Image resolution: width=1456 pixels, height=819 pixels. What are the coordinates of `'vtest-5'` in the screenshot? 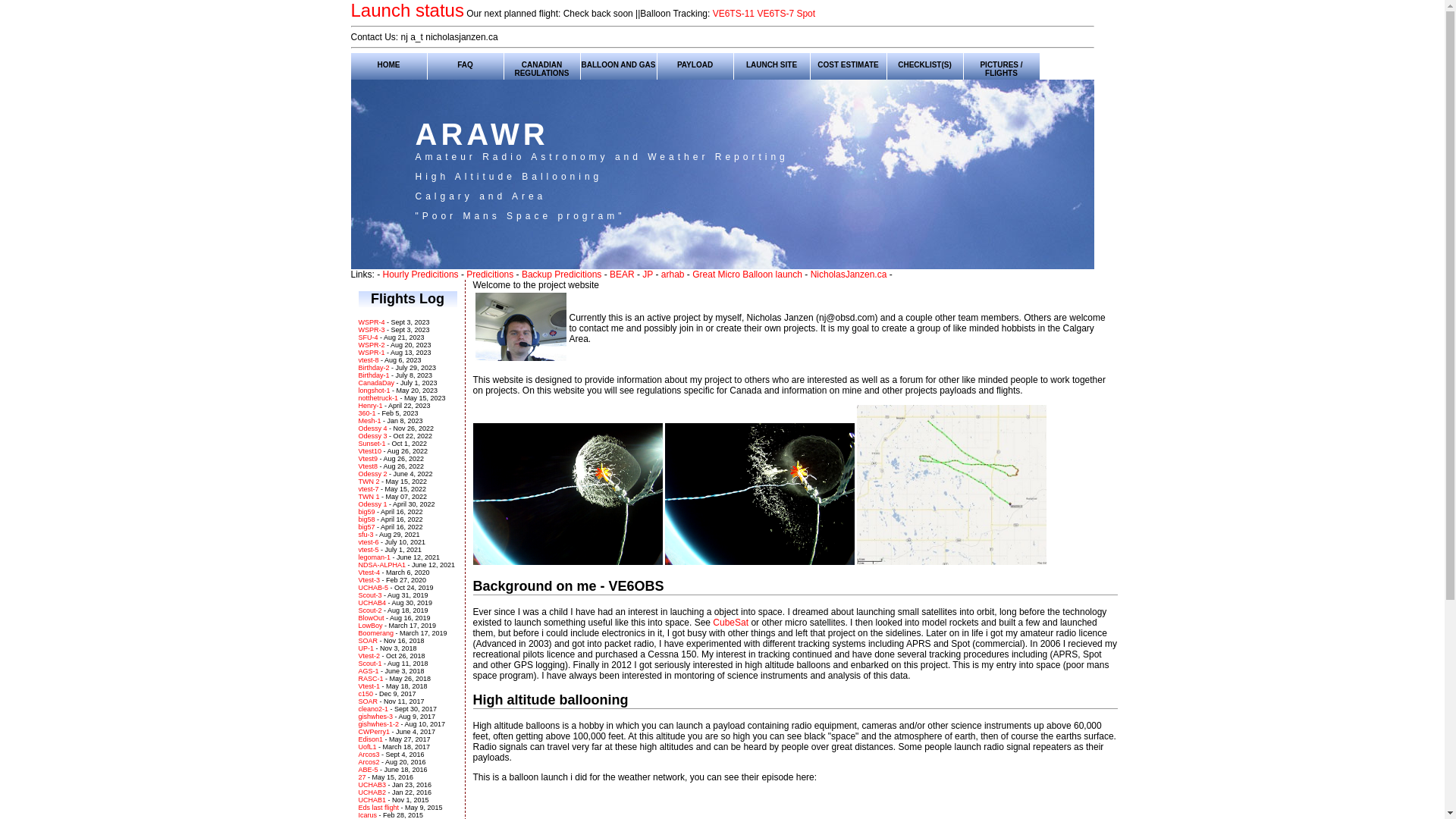 It's located at (368, 550).